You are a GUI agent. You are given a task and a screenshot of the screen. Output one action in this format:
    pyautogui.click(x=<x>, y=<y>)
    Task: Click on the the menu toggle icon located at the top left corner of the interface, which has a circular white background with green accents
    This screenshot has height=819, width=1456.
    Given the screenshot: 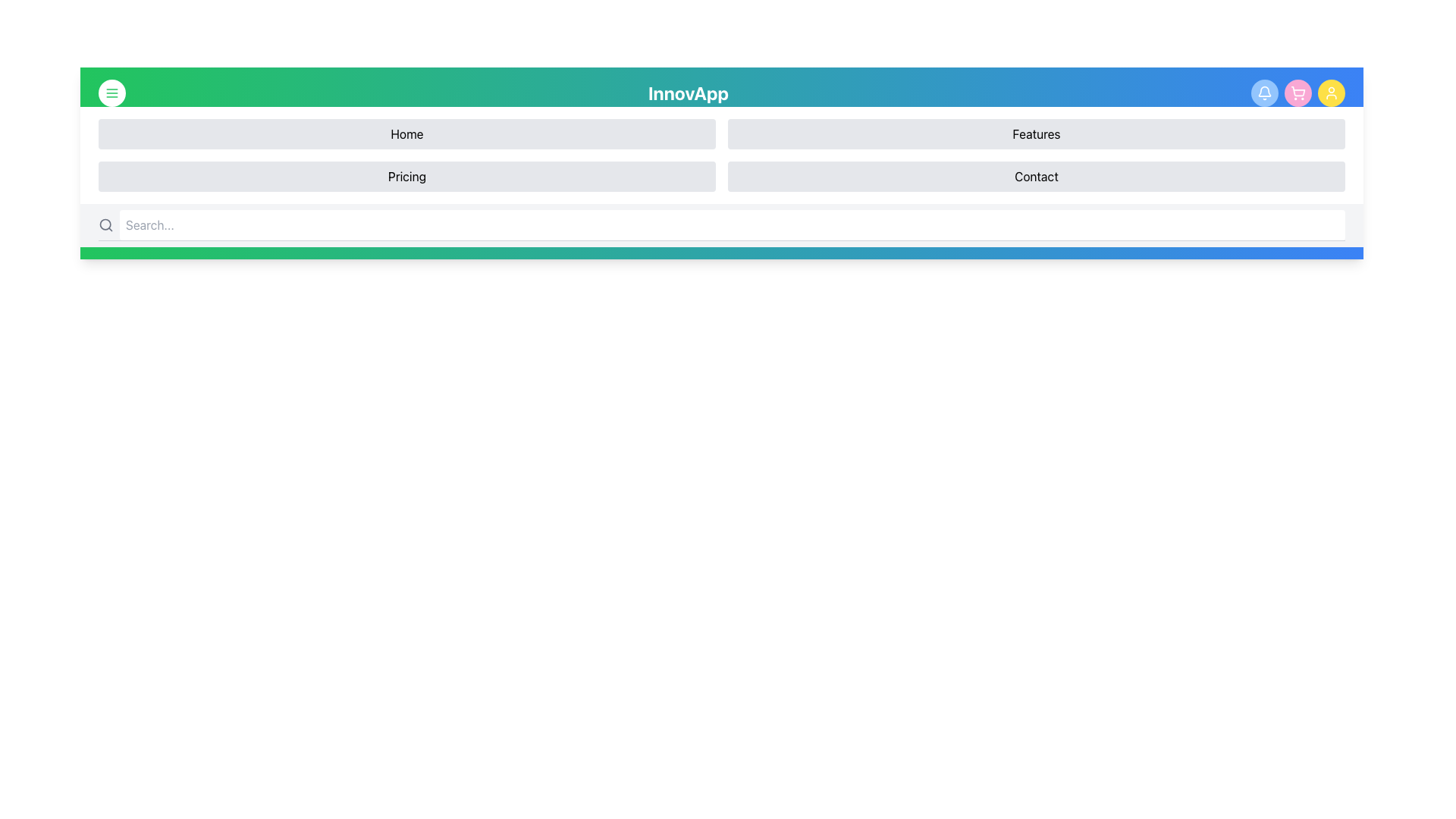 What is the action you would take?
    pyautogui.click(x=111, y=93)
    